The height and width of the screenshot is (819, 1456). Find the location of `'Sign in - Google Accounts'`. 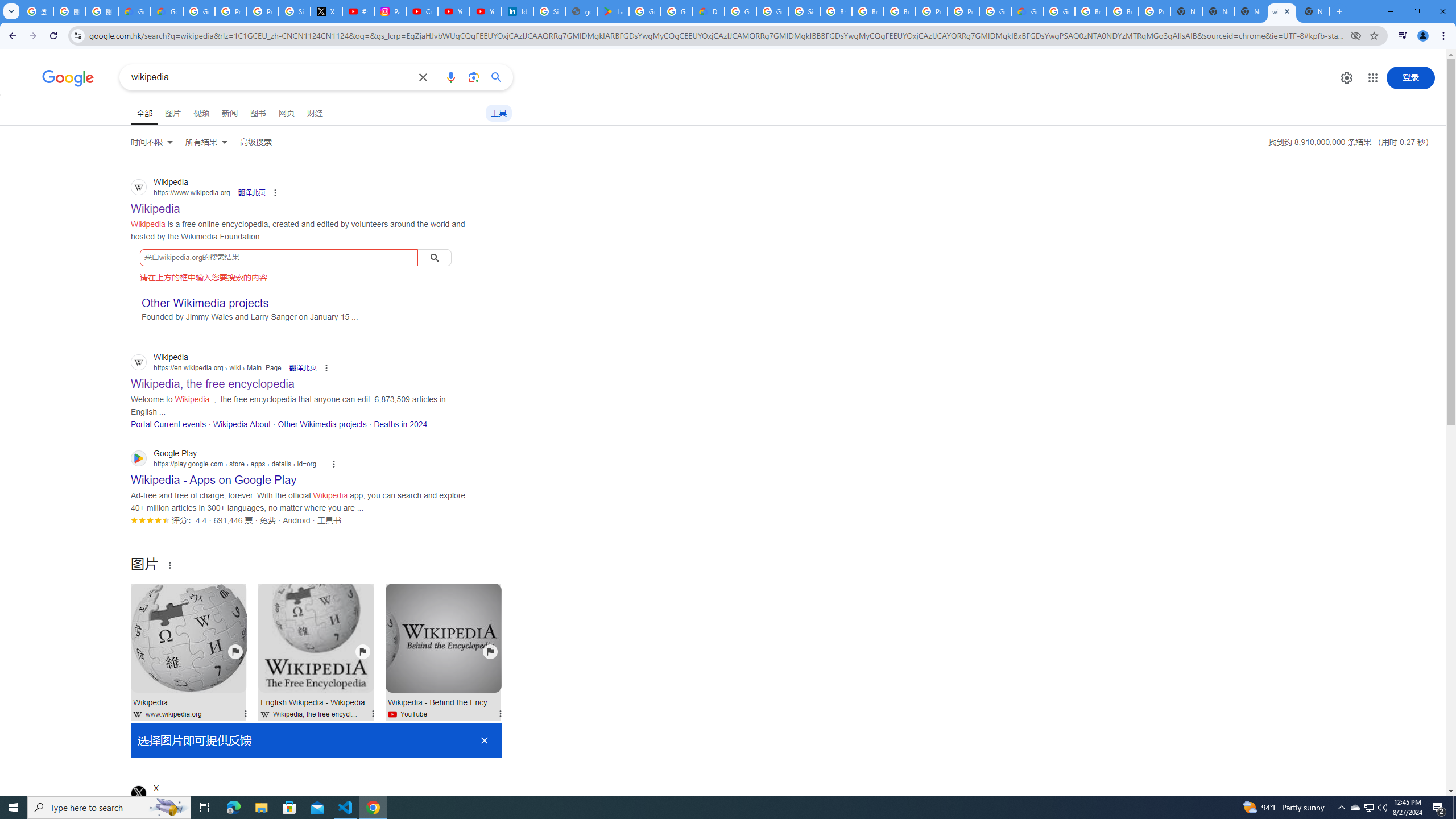

'Sign in - Google Accounts' is located at coordinates (294, 11).